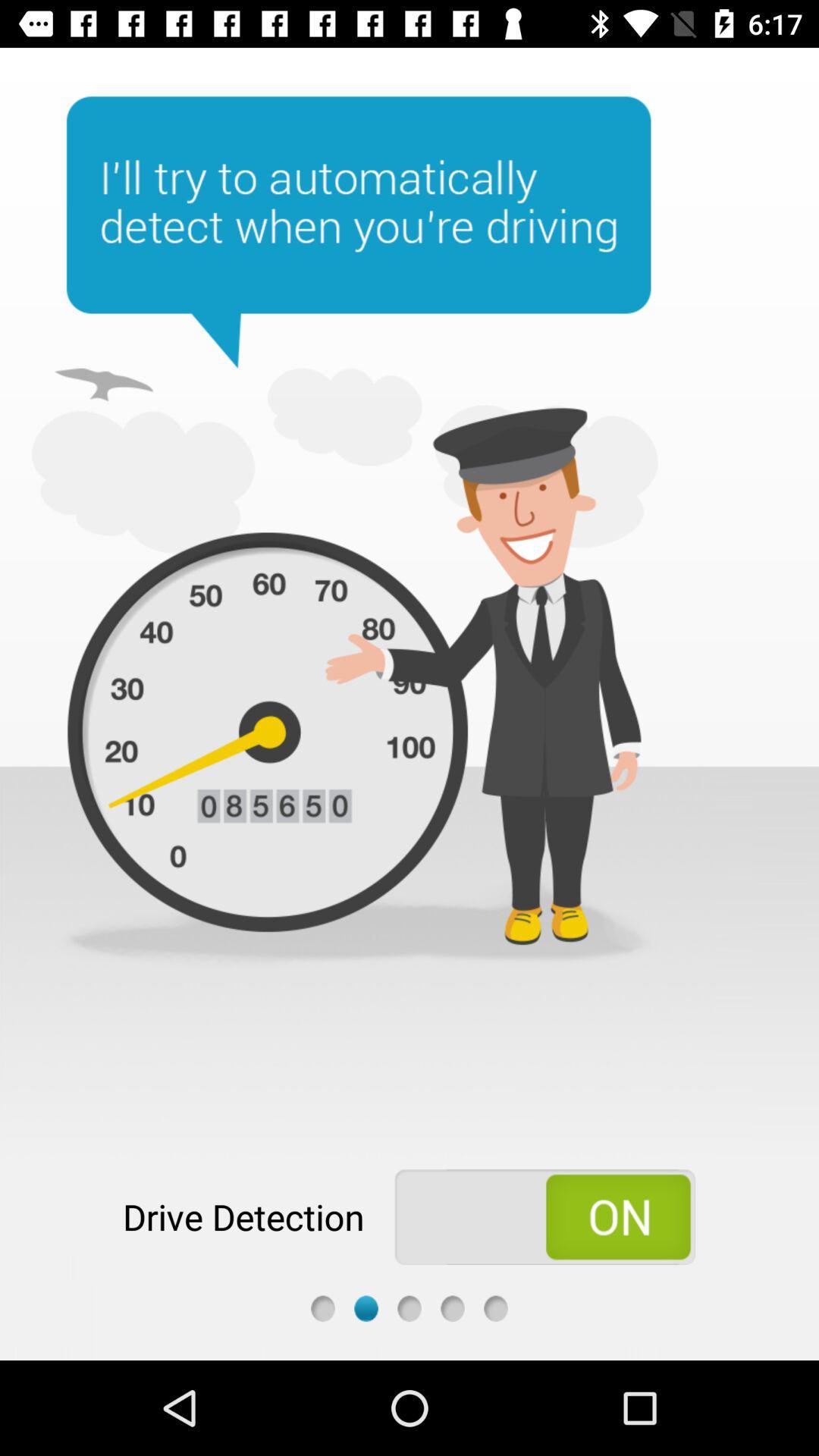 Image resolution: width=819 pixels, height=1456 pixels. Describe the element at coordinates (496, 1307) in the screenshot. I see `page` at that location.